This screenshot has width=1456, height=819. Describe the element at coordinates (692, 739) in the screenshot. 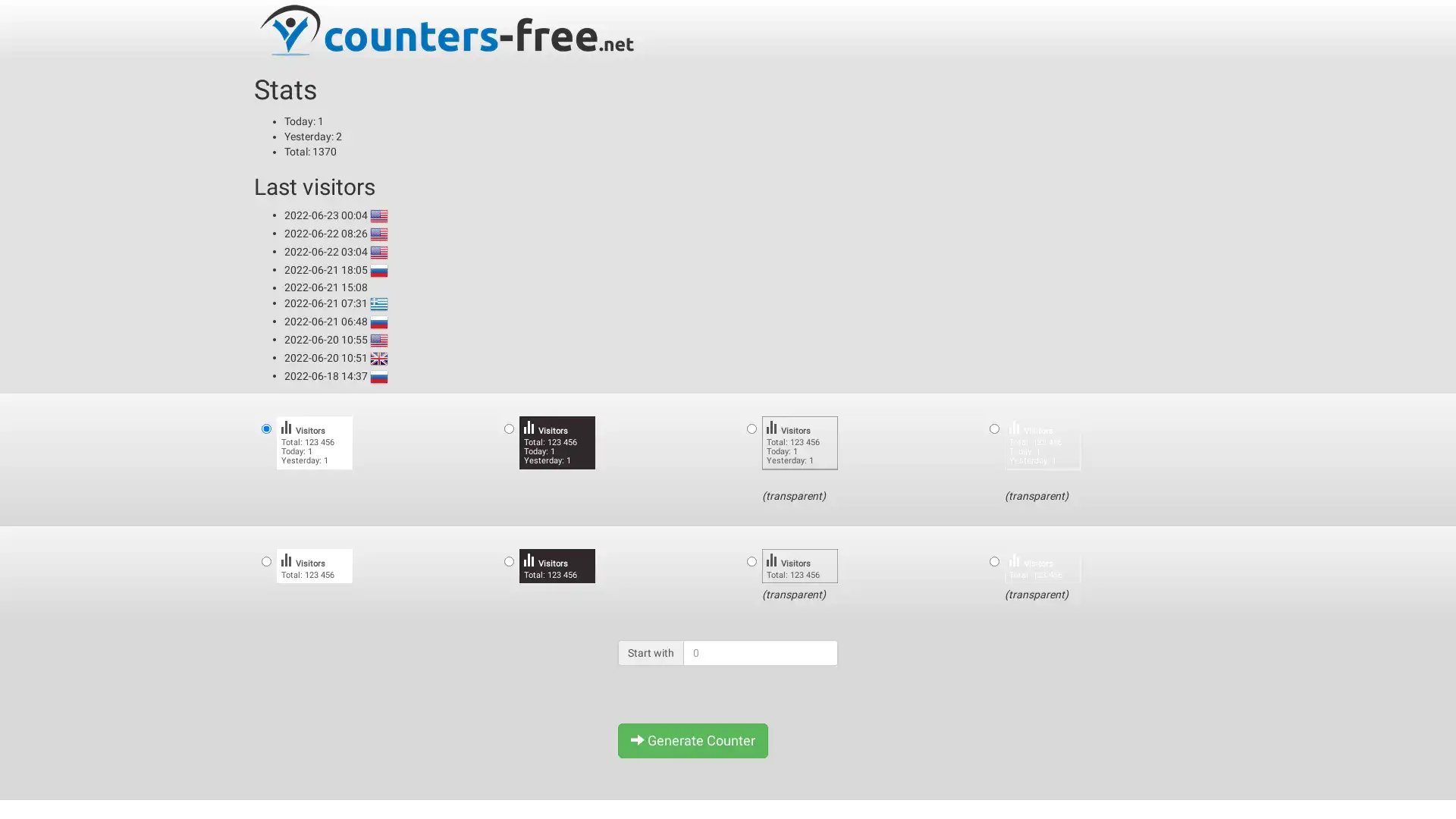

I see `Generate Counter` at that location.